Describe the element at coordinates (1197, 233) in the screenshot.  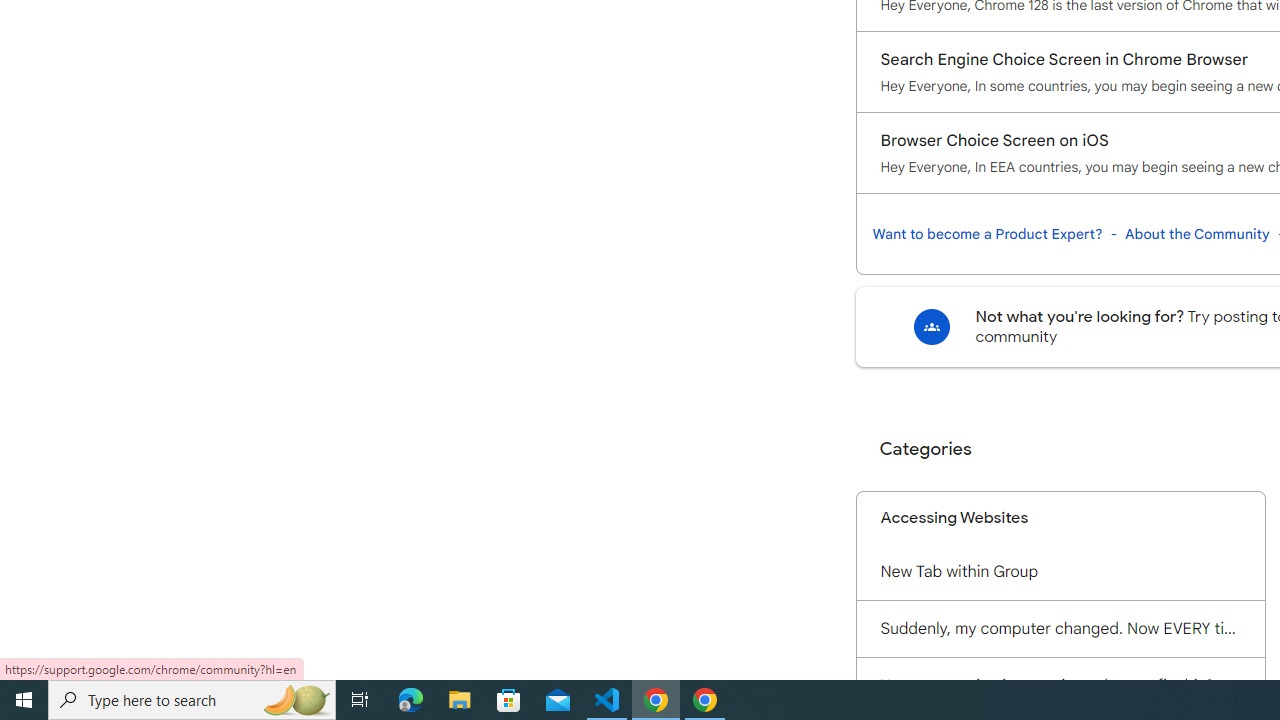
I see `'About the Community'` at that location.